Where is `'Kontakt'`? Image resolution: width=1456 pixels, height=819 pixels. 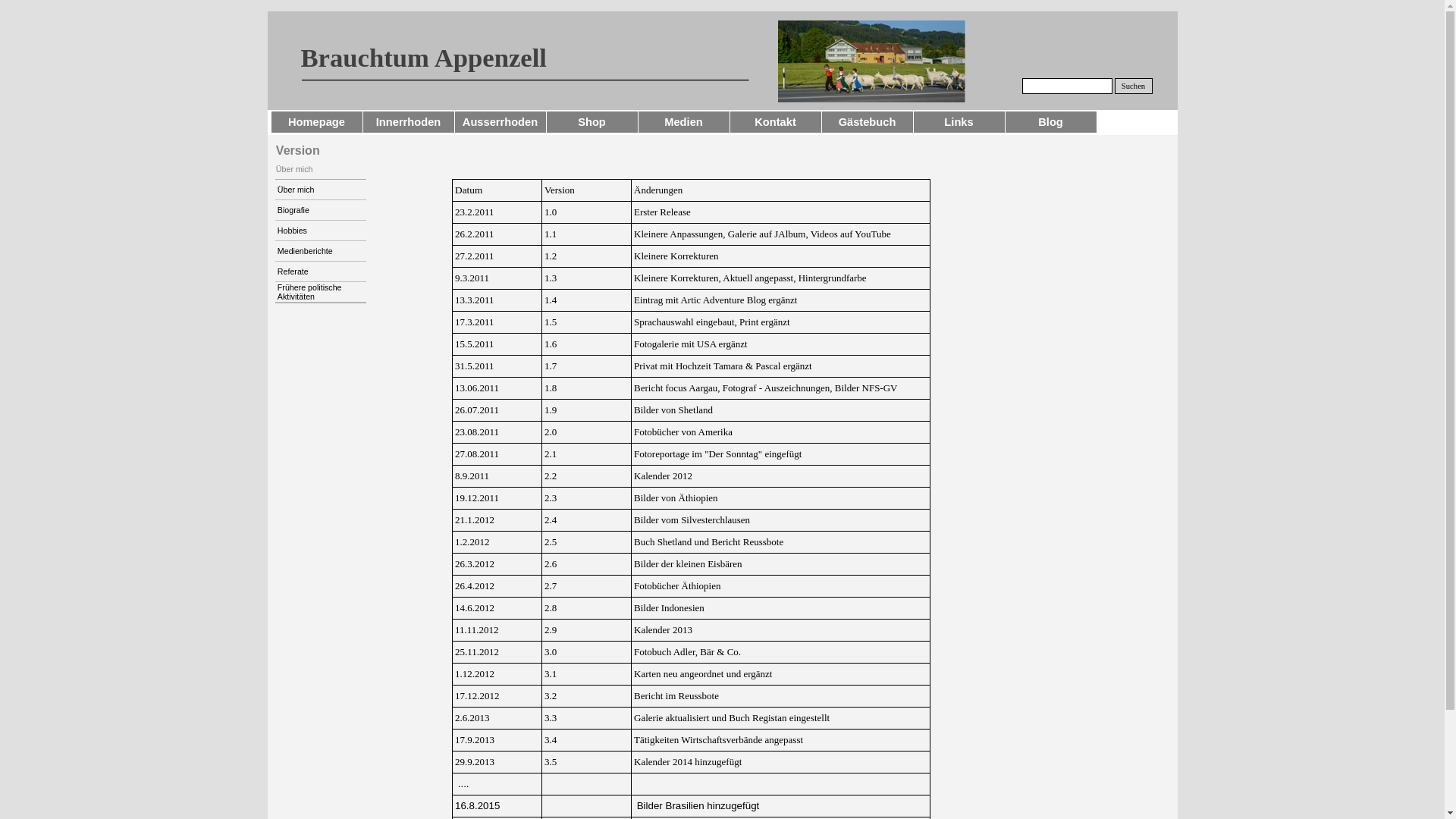
'Kontakt' is located at coordinates (775, 121).